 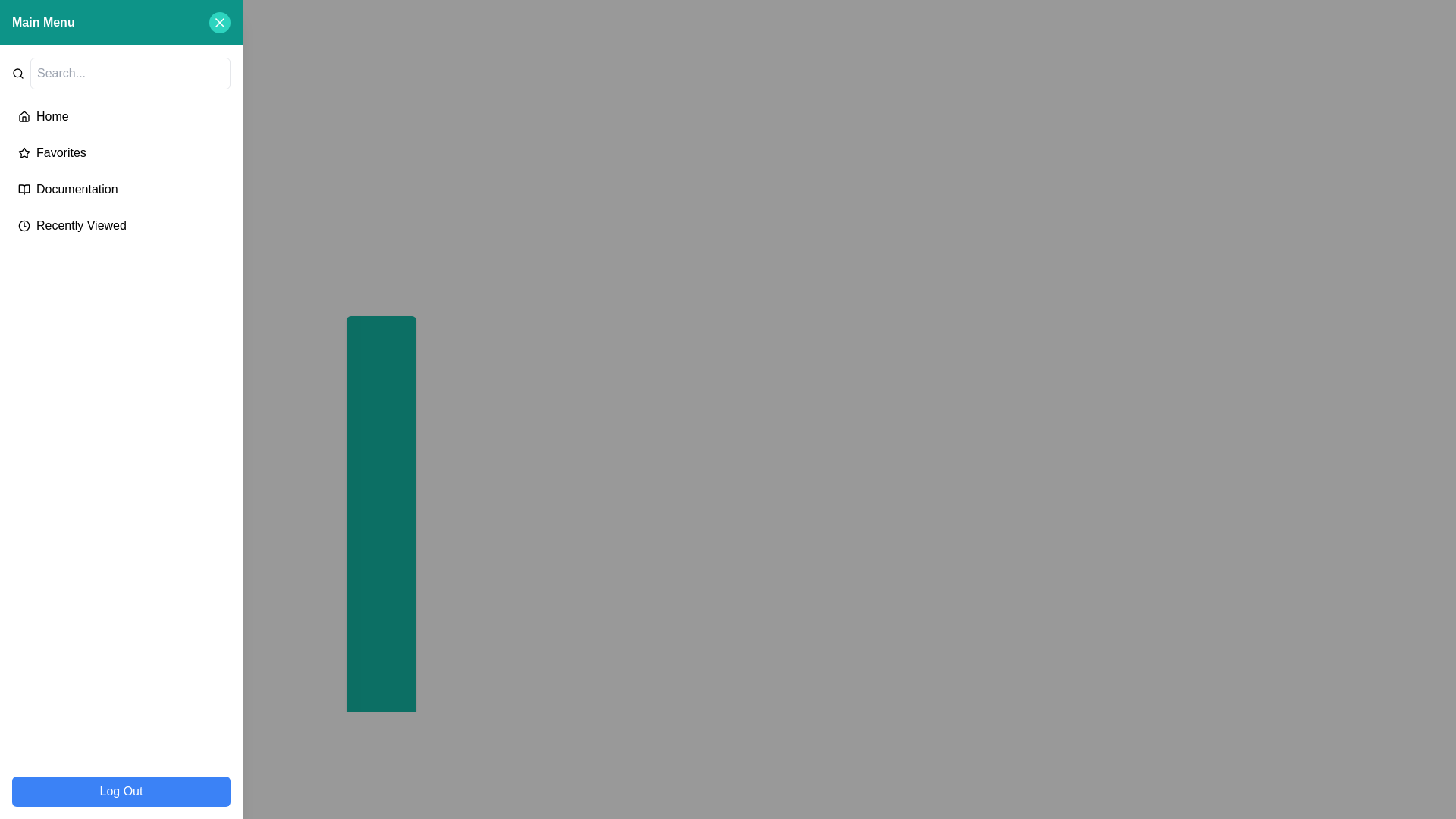 What do you see at coordinates (120, 225) in the screenshot?
I see `the 'Recently Viewed' menu item, which is the fourth item in the vertical menu list and features a circular clock icon followed by the text` at bounding box center [120, 225].